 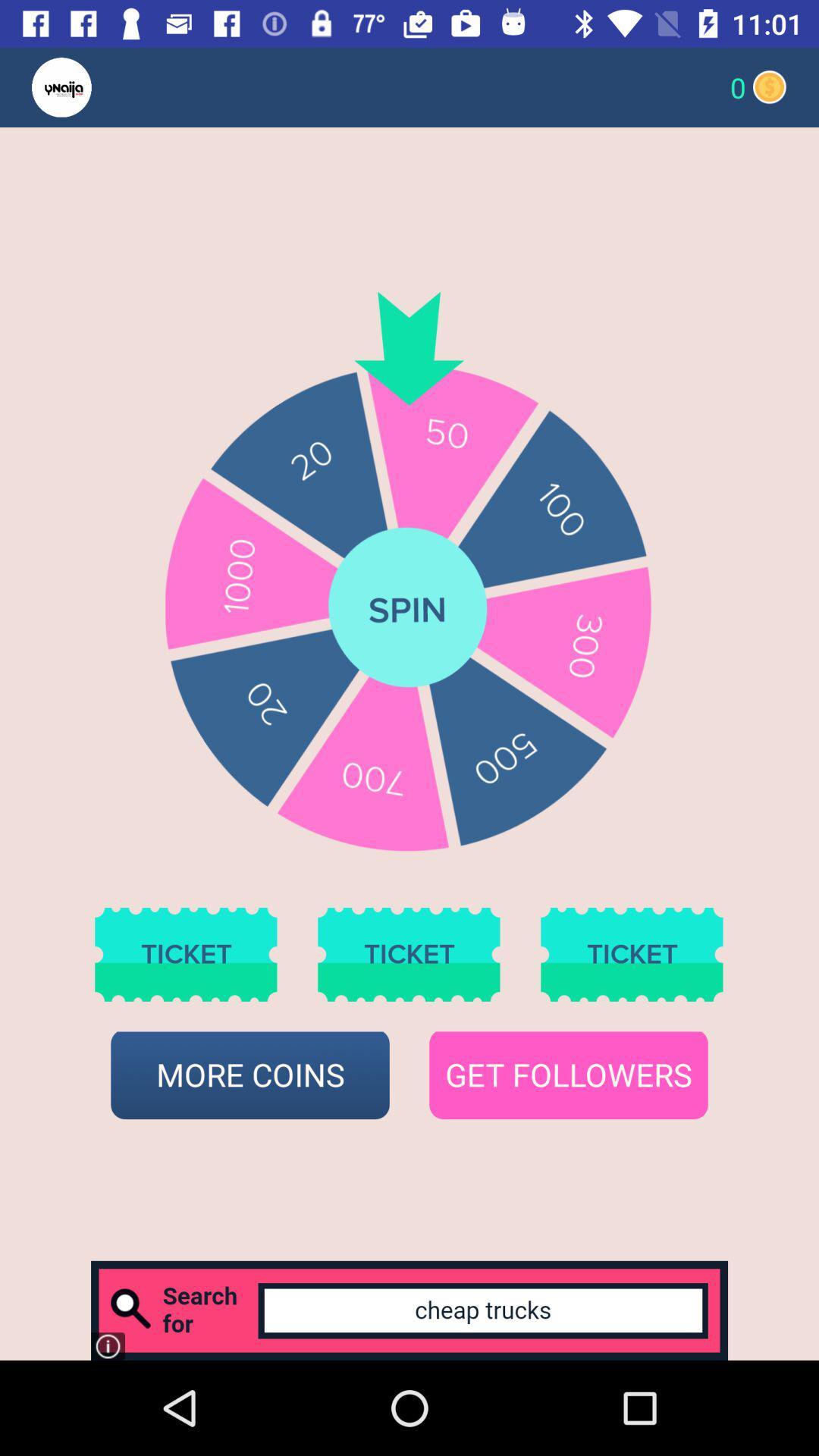 I want to click on the icon below ticket icon, so click(x=568, y=1075).